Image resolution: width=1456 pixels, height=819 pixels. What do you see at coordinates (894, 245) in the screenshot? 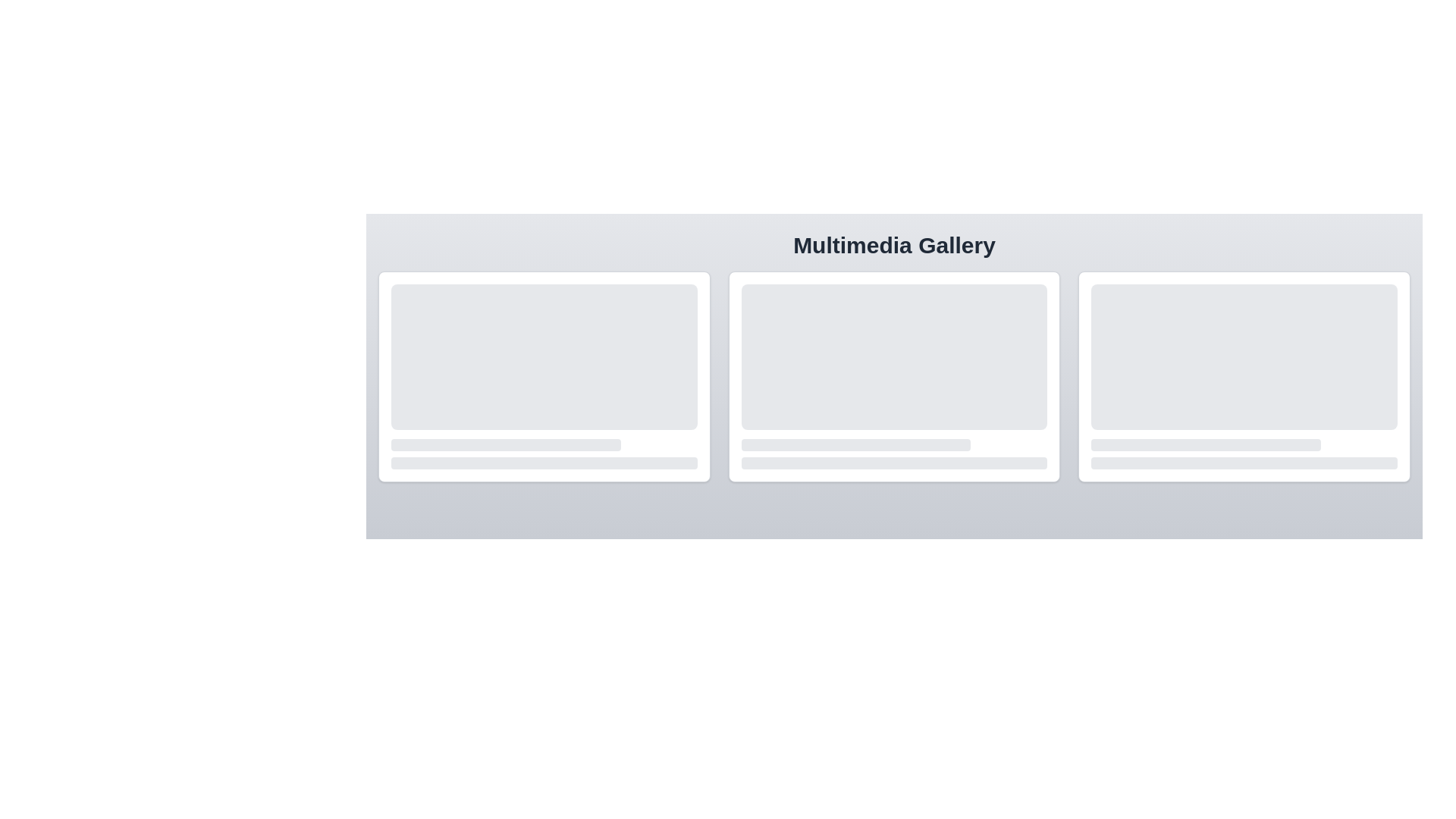
I see `bold, large-sized header text 'Multimedia Gallery' to understand the section's purpose` at bounding box center [894, 245].